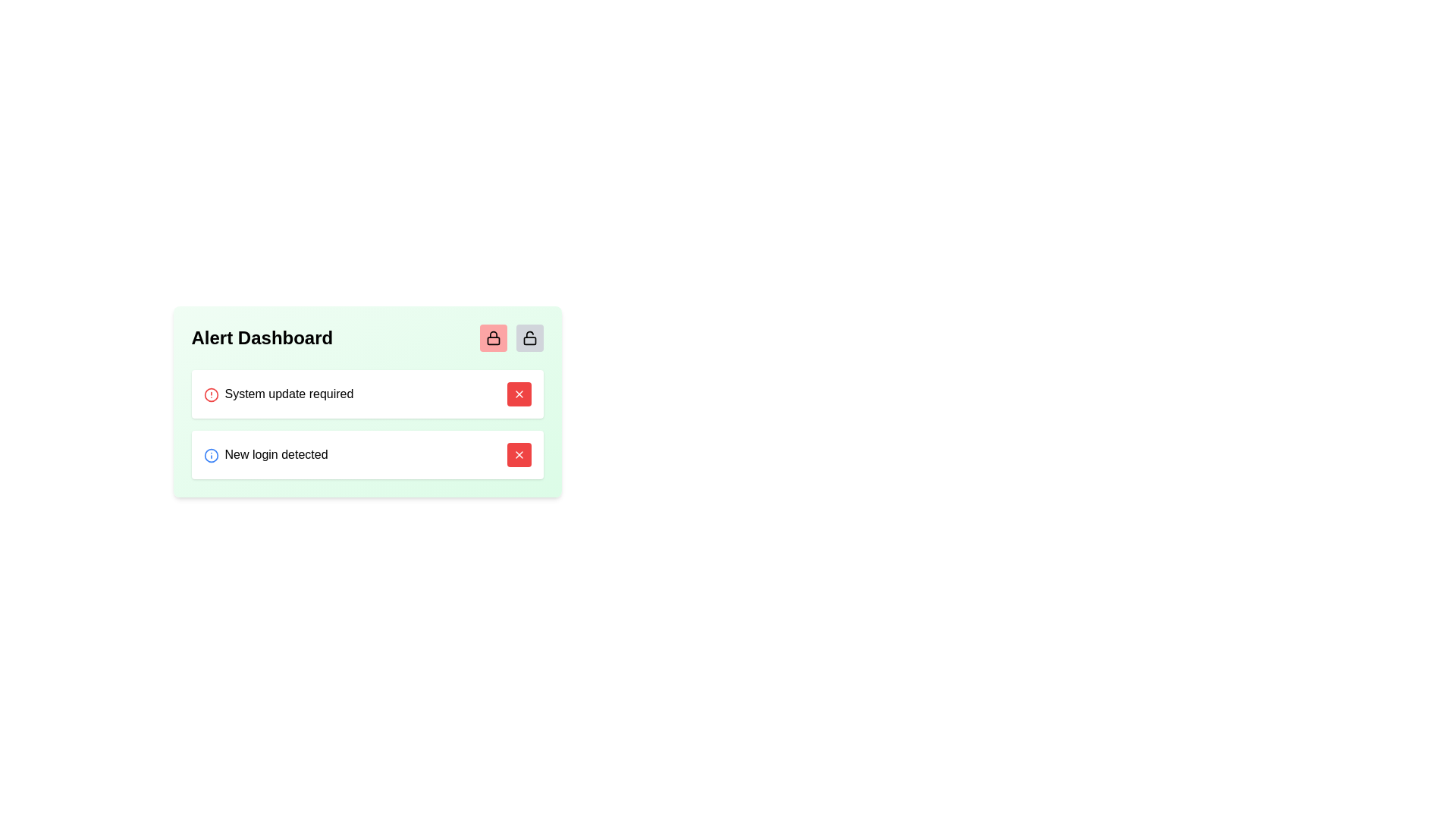 This screenshot has height=819, width=1456. What do you see at coordinates (493, 337) in the screenshot?
I see `the first button on the left, which functions as a lock or security toggle` at bounding box center [493, 337].